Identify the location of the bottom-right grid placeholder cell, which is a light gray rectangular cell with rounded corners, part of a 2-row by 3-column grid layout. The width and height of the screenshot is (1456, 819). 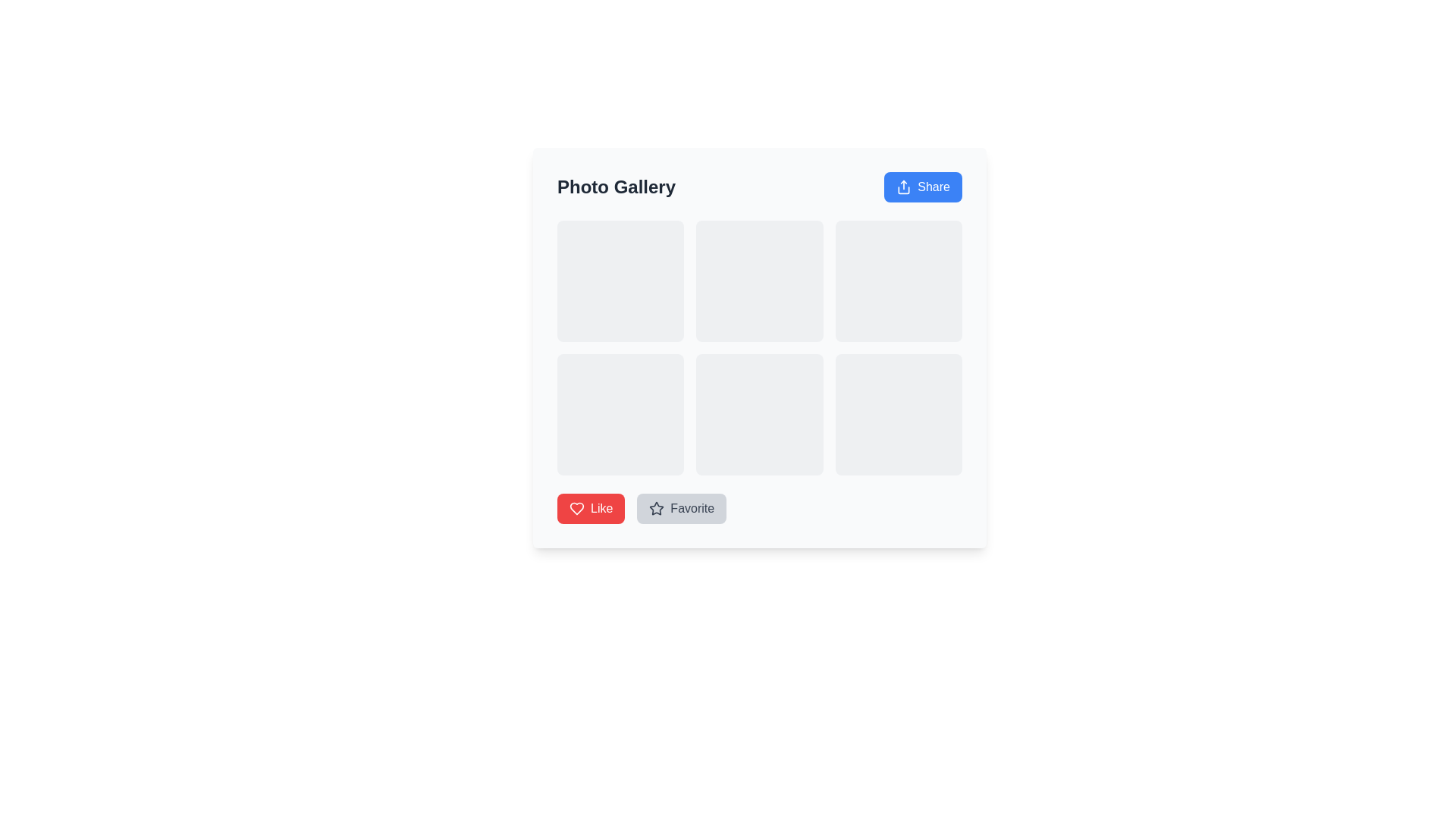
(899, 415).